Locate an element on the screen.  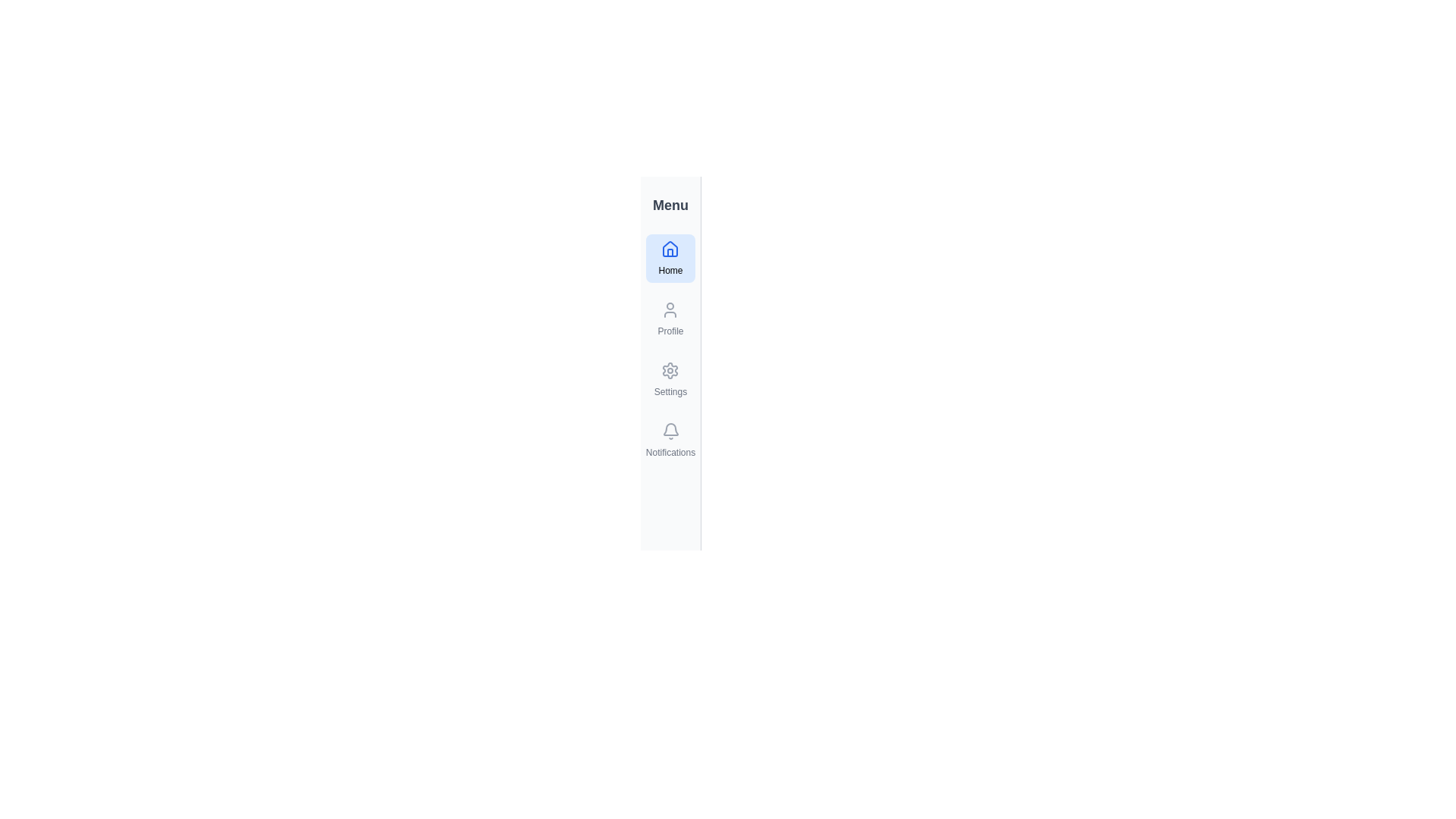
the 'Profile' button, which is a gray-colored icon of a user located beneath the 'Home' option and above the 'Settings' option in the vertical menu on the left side of the interface is located at coordinates (670, 318).